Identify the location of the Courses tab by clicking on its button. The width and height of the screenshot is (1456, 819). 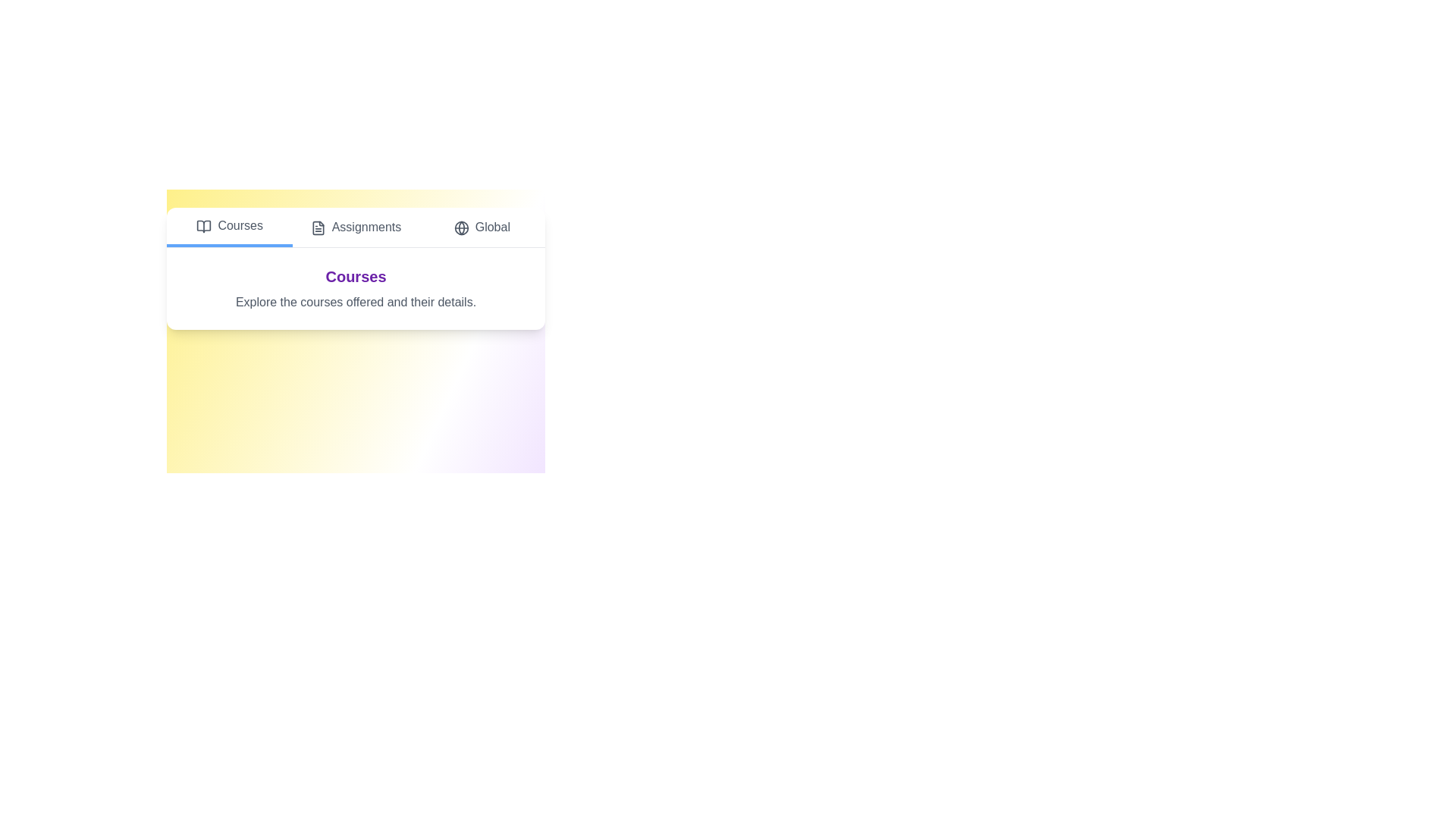
(228, 227).